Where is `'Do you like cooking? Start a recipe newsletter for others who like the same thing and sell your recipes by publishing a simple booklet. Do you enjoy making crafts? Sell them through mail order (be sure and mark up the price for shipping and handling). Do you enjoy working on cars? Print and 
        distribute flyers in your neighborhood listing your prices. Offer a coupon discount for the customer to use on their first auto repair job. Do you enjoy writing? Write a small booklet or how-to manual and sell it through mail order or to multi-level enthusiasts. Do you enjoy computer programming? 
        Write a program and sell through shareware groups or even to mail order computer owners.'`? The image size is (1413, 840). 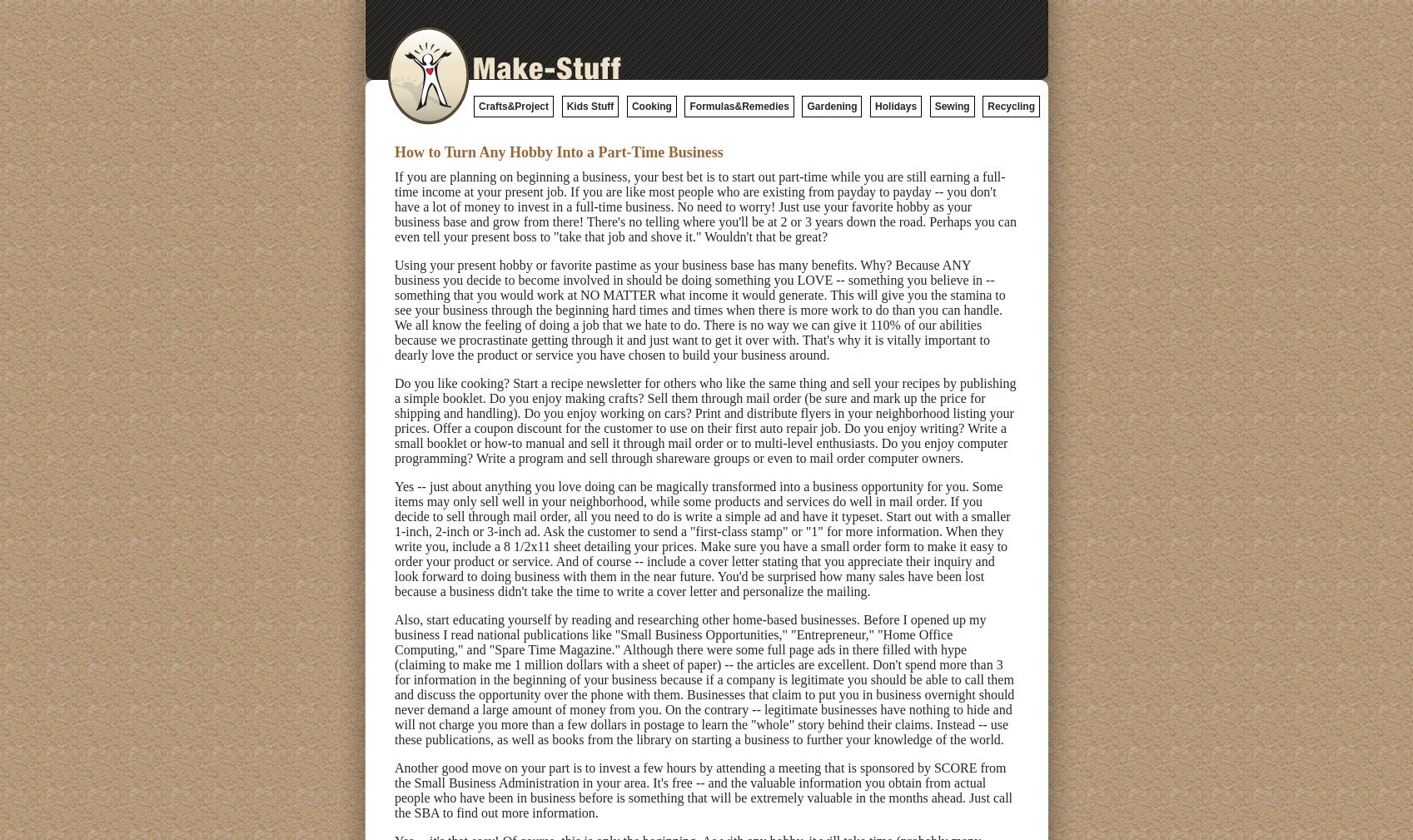 'Do you like cooking? Start a recipe newsletter for others who like the same thing and sell your recipes by publishing a simple booklet. Do you enjoy making crafts? Sell them through mail order (be sure and mark up the price for shipping and handling). Do you enjoy working on cars? Print and 
        distribute flyers in your neighborhood listing your prices. Offer a coupon discount for the customer to use on their first auto repair job. Do you enjoy writing? Write a small booklet or how-to manual and sell it through mail order or to multi-level enthusiasts. Do you enjoy computer programming? 
        Write a program and sell through shareware groups or even to mail order computer owners.' is located at coordinates (704, 420).